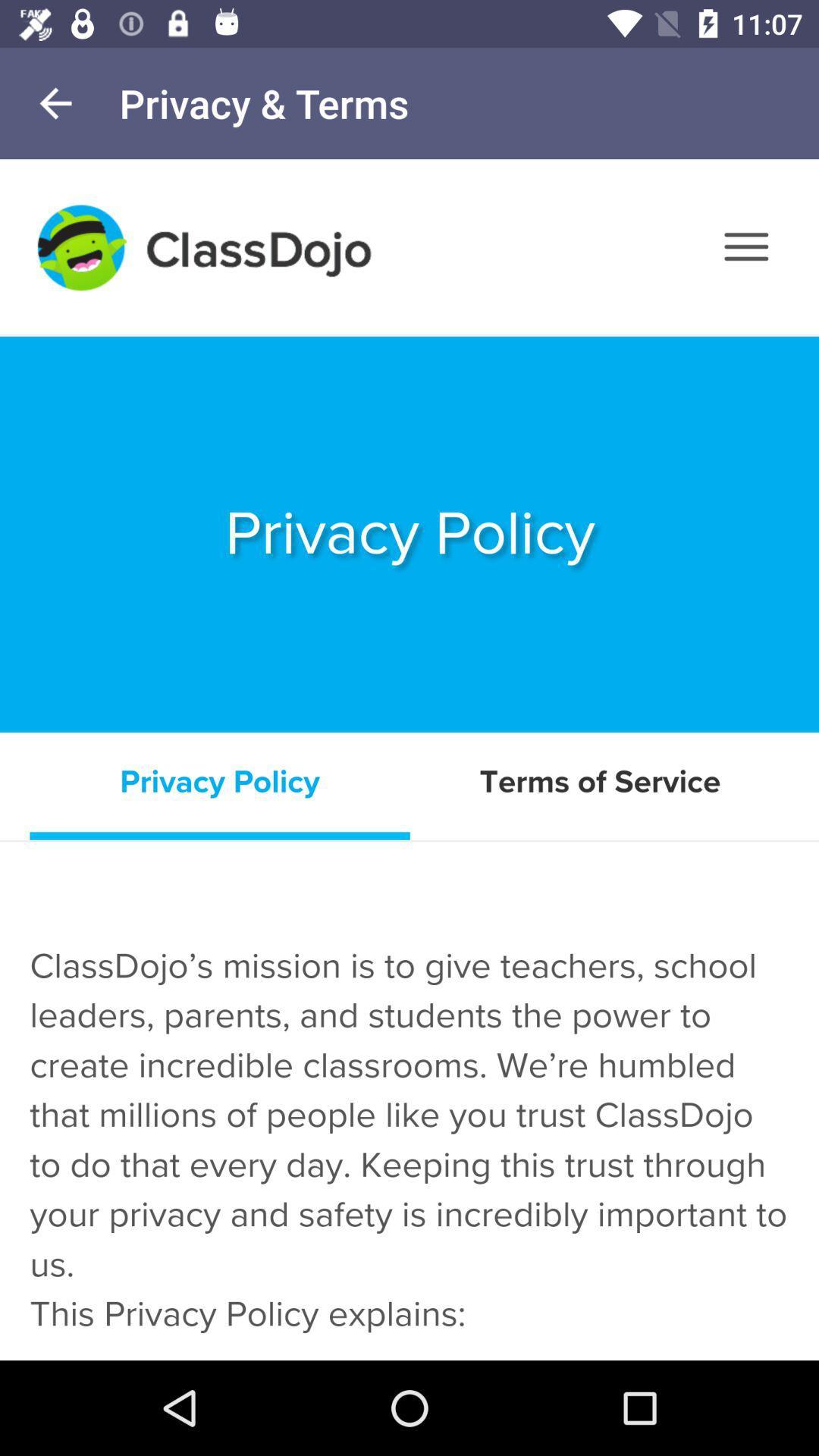 This screenshot has width=819, height=1456. I want to click on advertisement page, so click(409, 760).